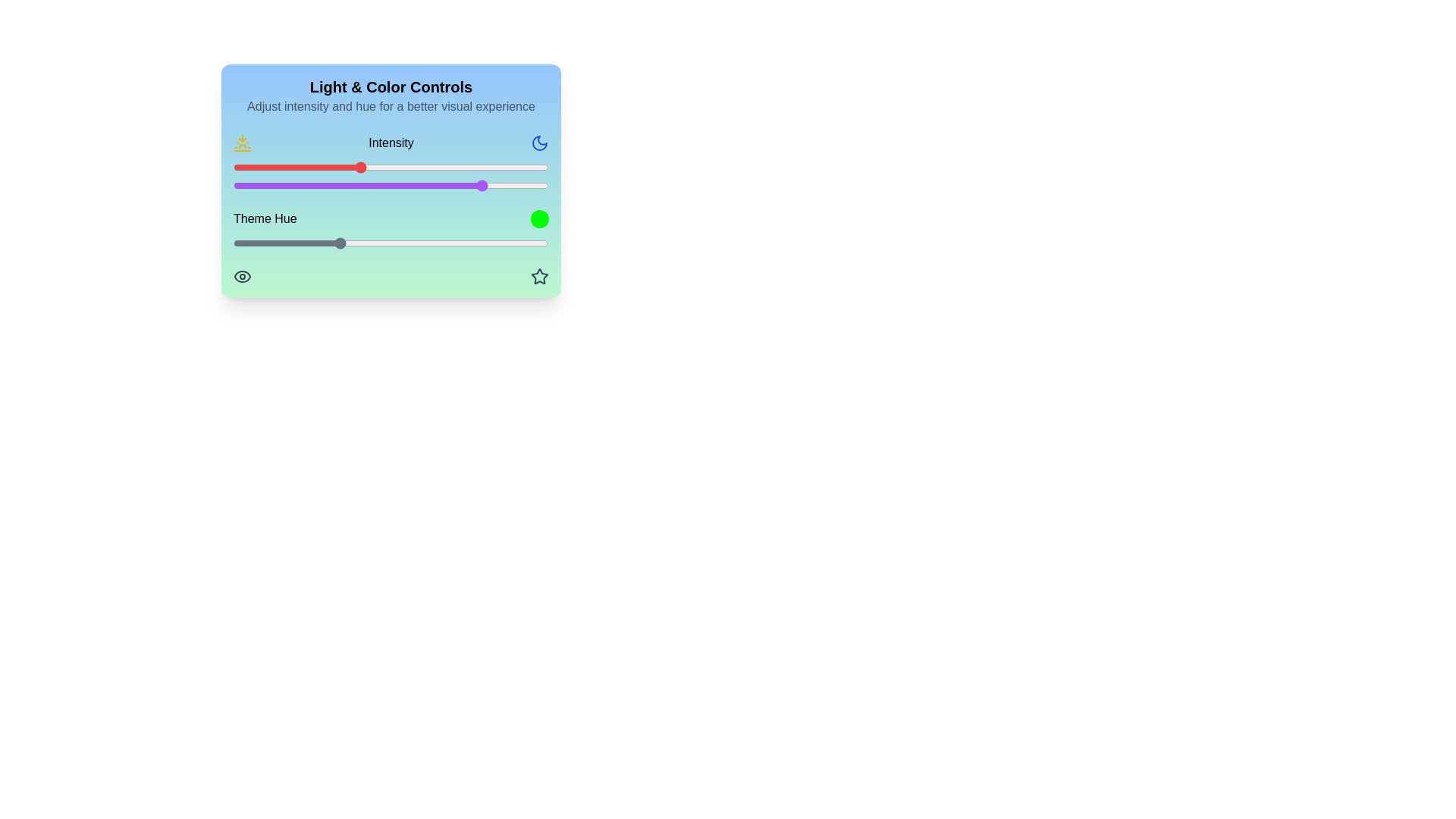 The height and width of the screenshot is (819, 1456). Describe the element at coordinates (356, 167) in the screenshot. I see `intensity` at that location.